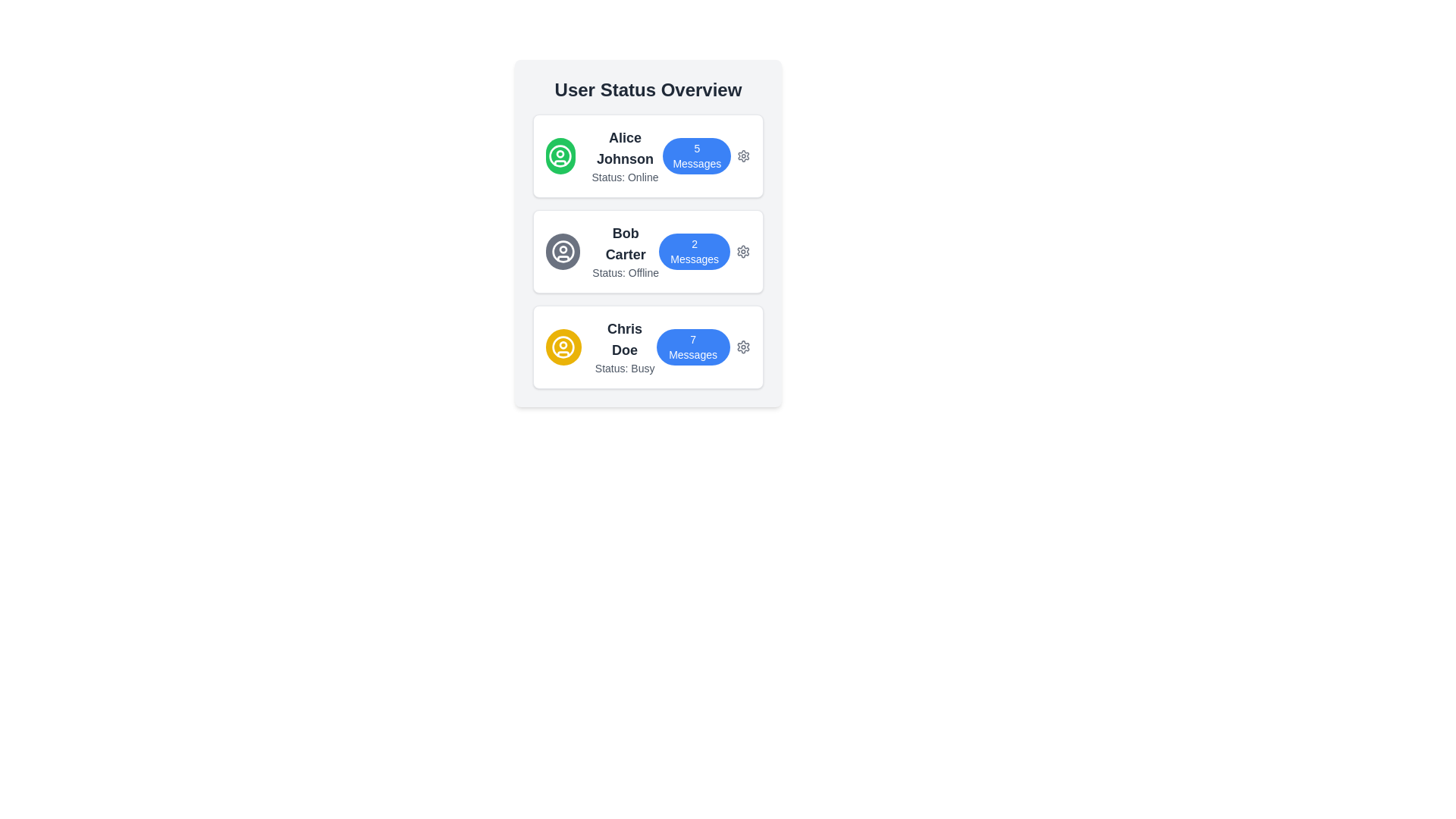  Describe the element at coordinates (560, 155) in the screenshot. I see `the decorative circular SVG graphical element with a green border and white-filled interior, located to the left of the 'Alice Johnson' label in the 'User Status Overview' panel` at that location.